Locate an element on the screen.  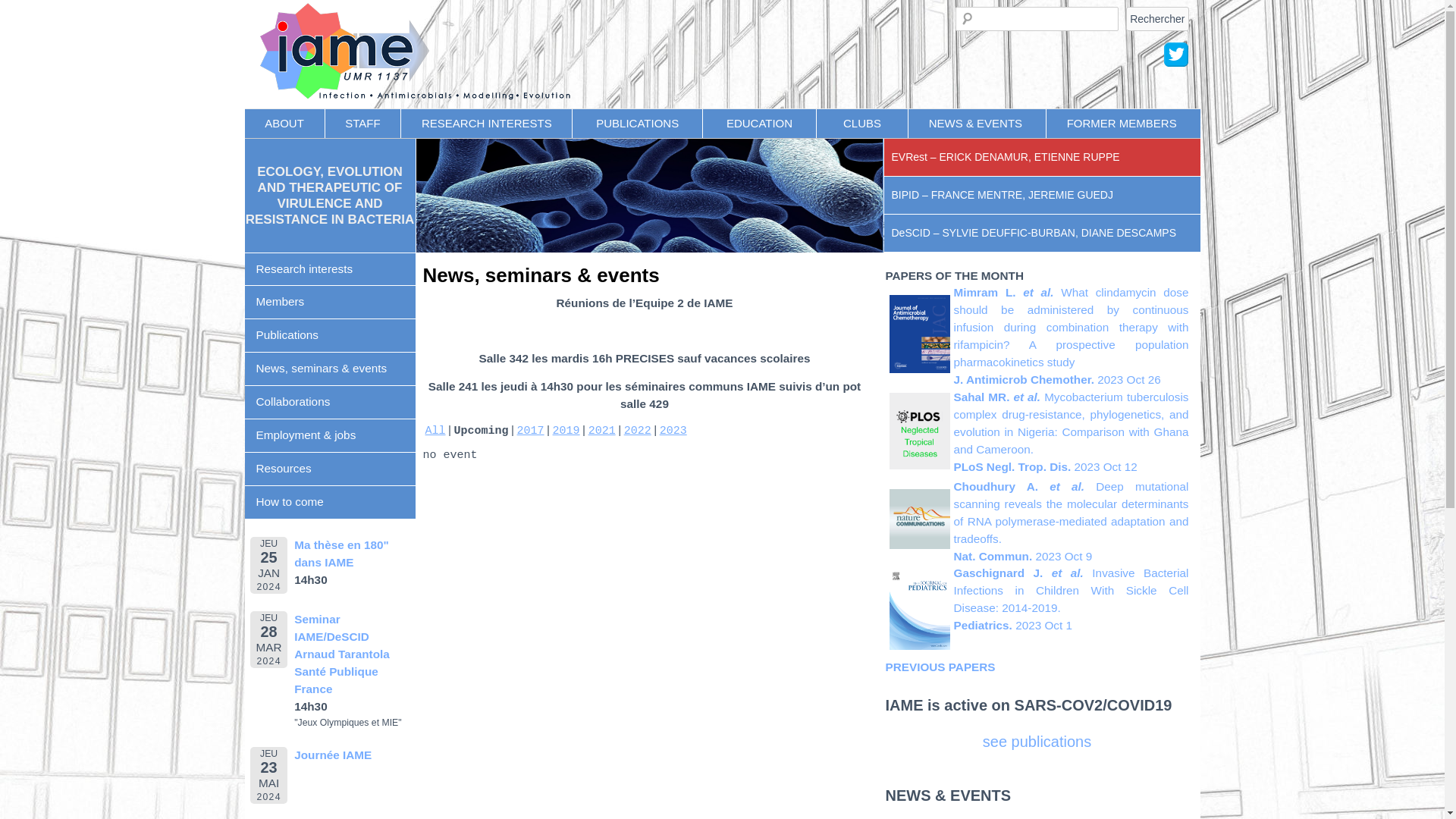
'2019' is located at coordinates (552, 431).